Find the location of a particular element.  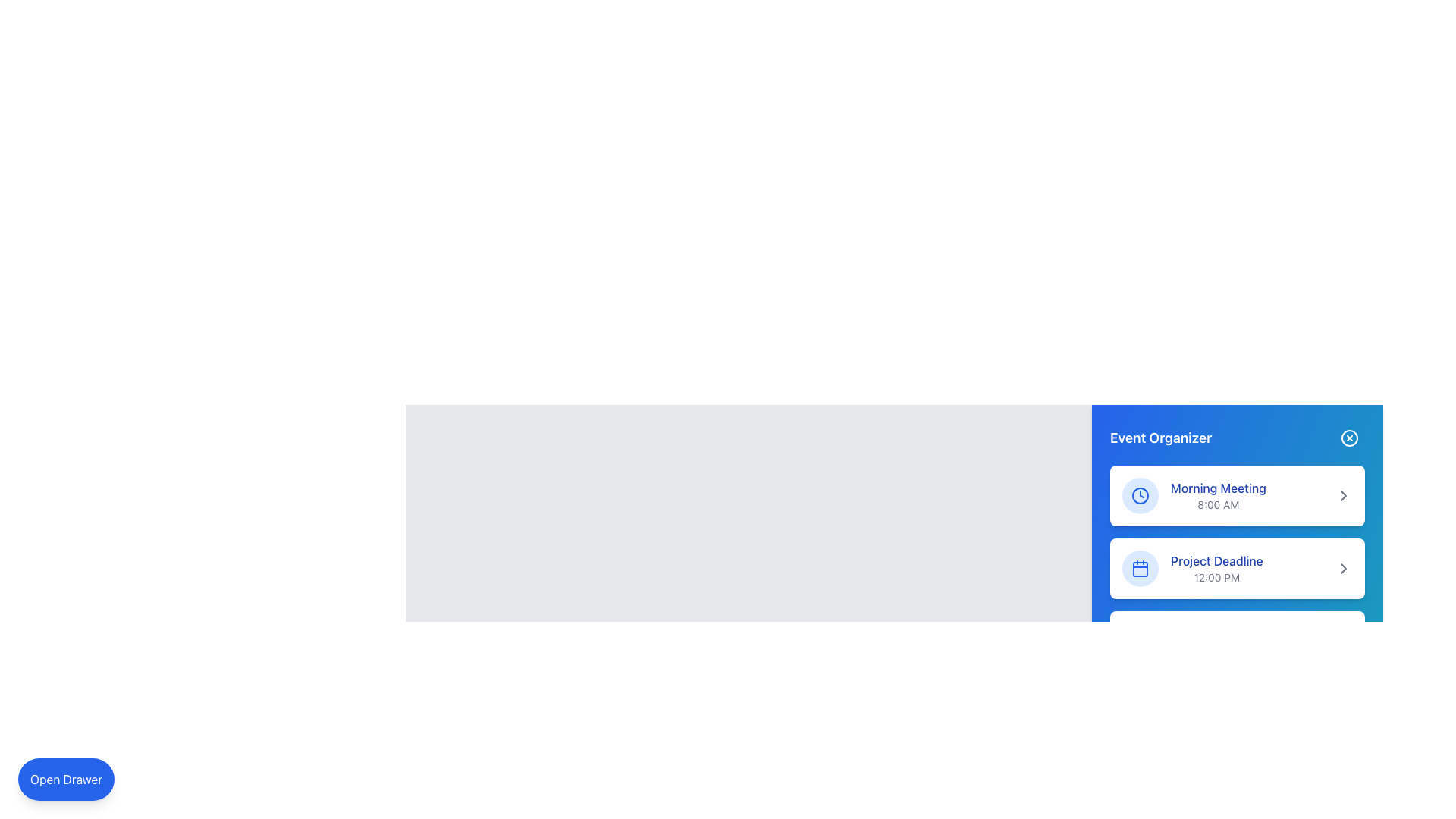

the close button located at the top-right corner of the blue Event Organizer panel is located at coordinates (1350, 438).